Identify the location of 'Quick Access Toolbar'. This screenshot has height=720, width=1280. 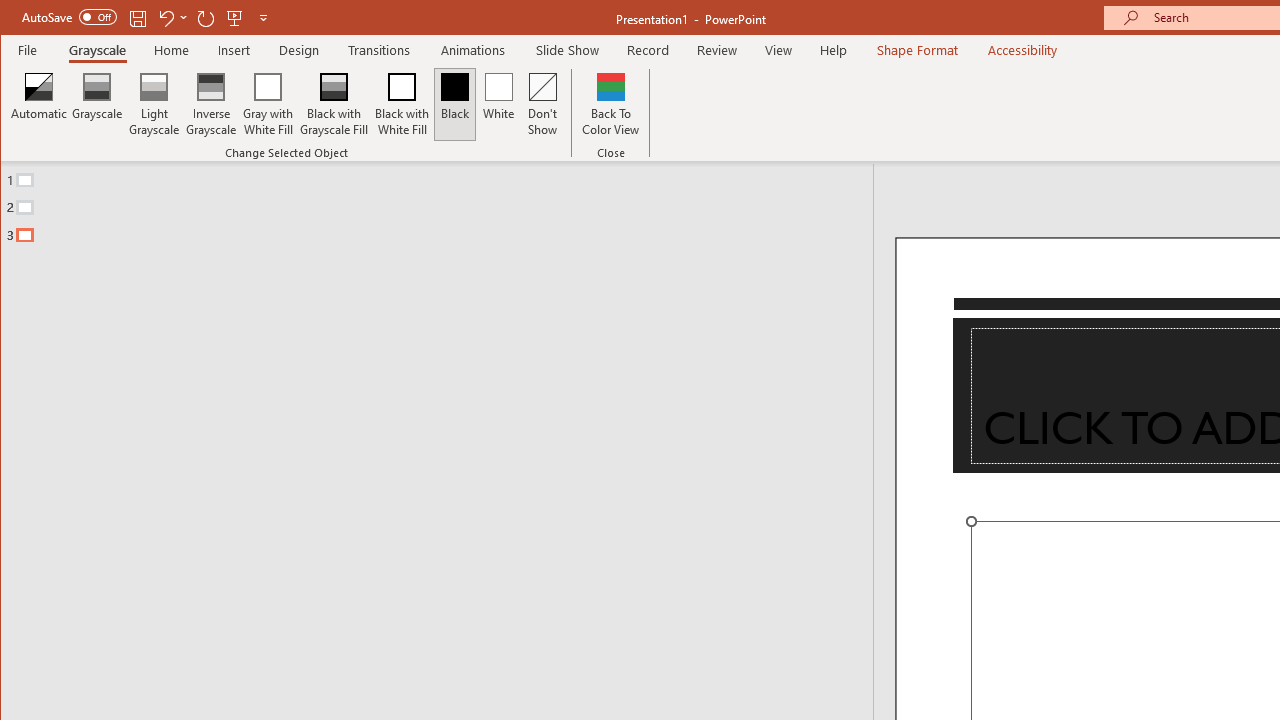
(145, 18).